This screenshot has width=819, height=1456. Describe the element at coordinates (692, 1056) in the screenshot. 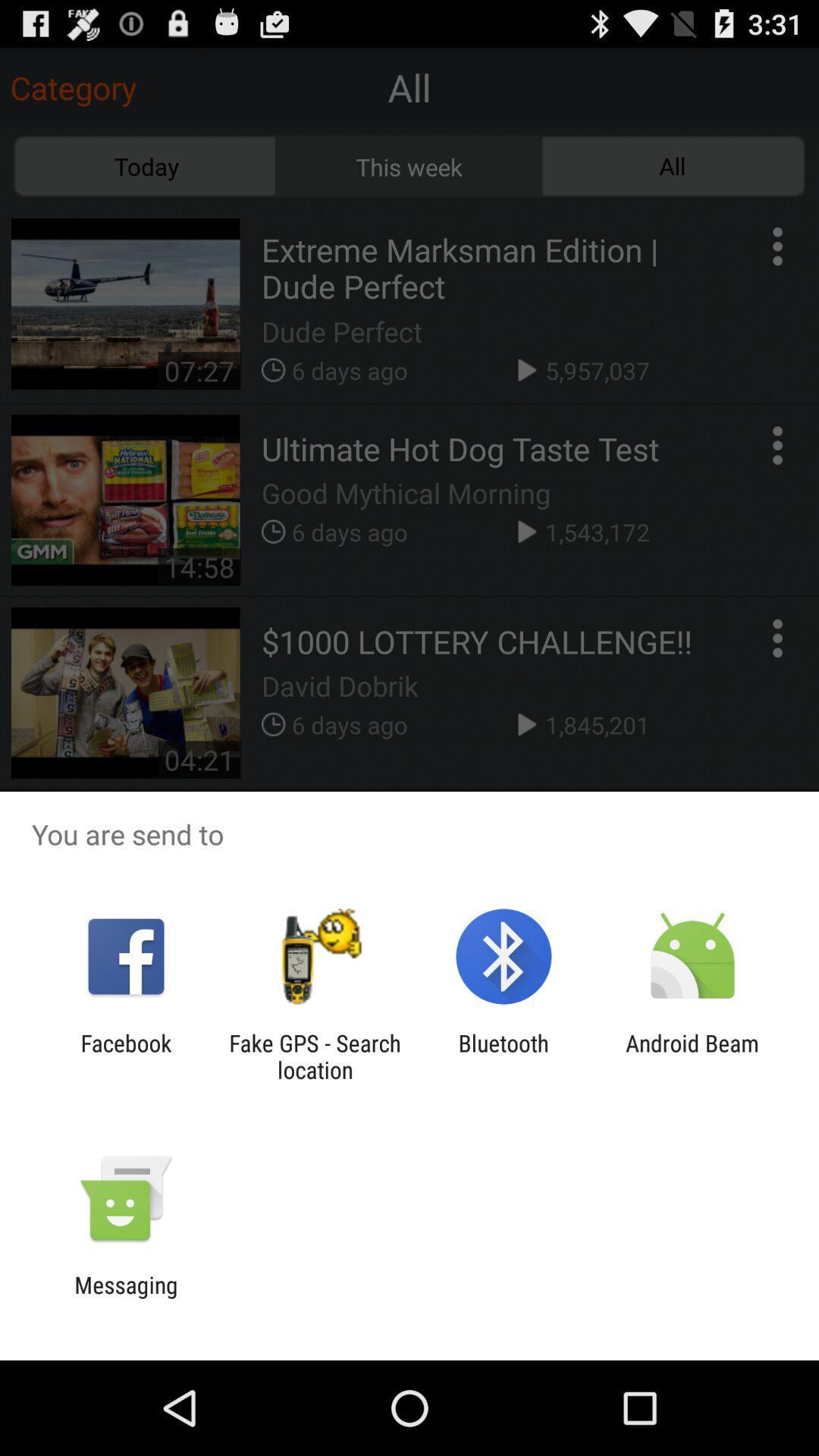

I see `the item to the right of bluetooth app` at that location.